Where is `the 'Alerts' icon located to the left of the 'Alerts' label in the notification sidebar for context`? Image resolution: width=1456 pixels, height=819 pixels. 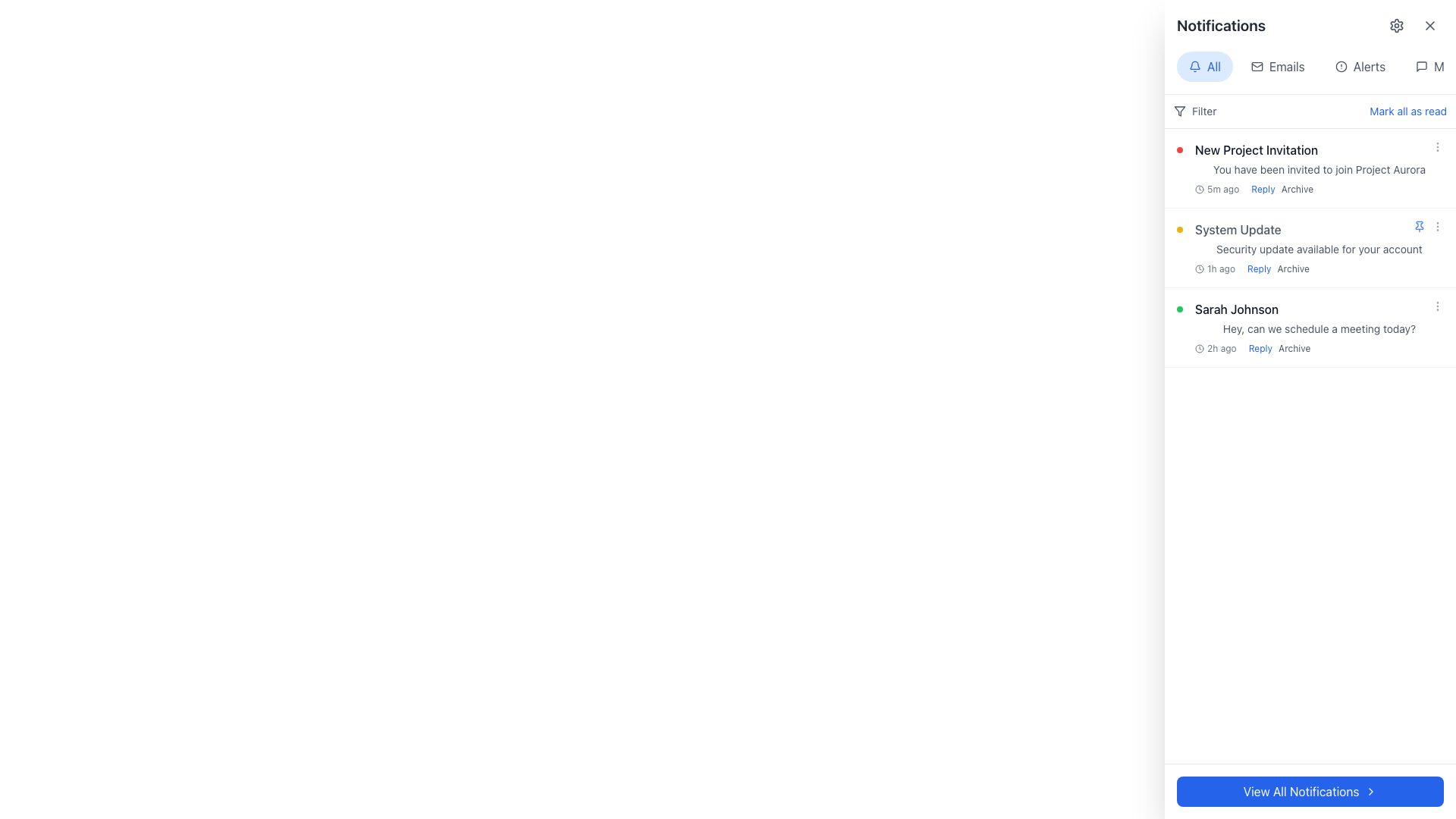 the 'Alerts' icon located to the left of the 'Alerts' label in the notification sidebar for context is located at coordinates (1341, 66).